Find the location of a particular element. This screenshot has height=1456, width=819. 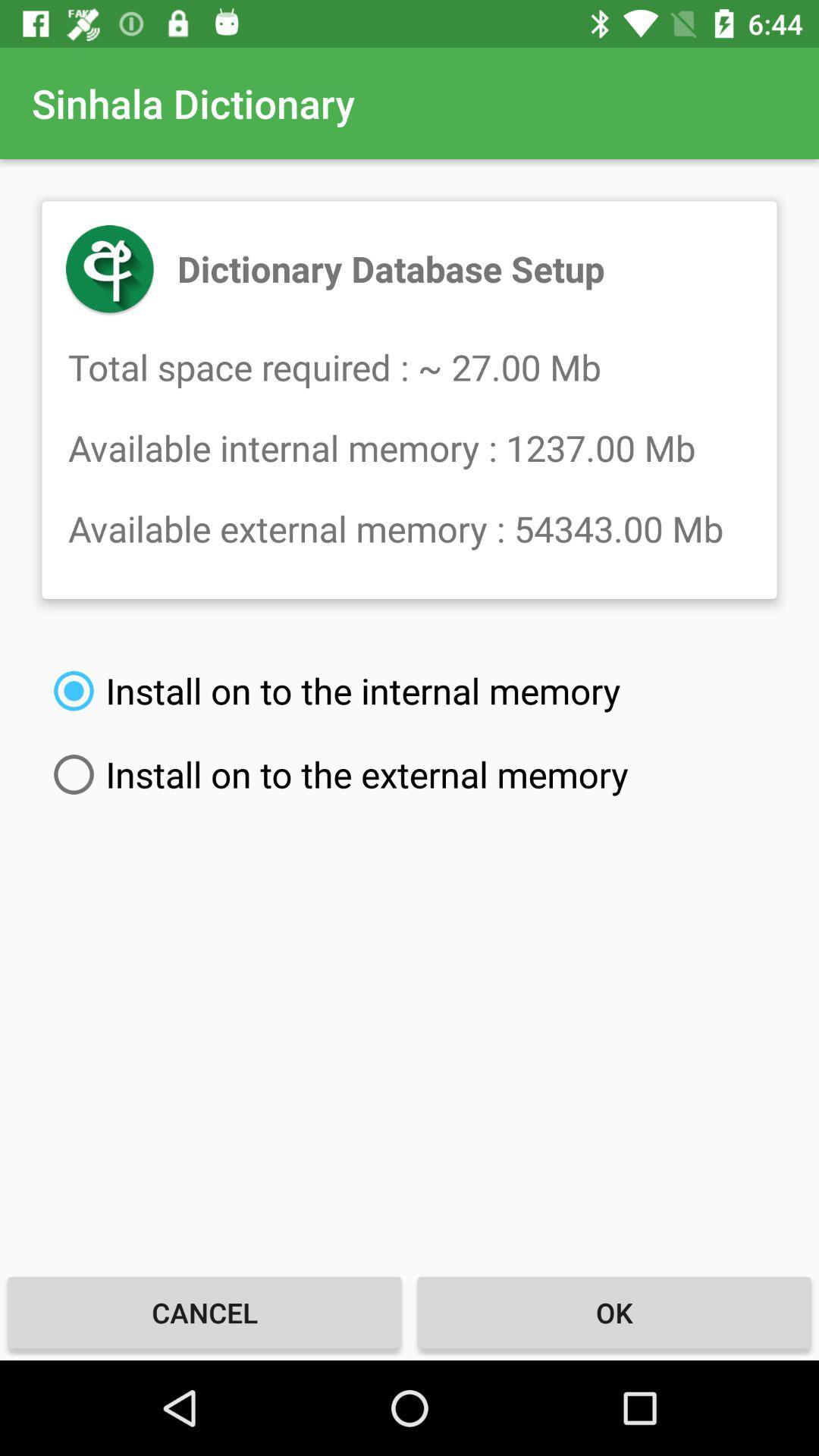

the ok item is located at coordinates (614, 1312).